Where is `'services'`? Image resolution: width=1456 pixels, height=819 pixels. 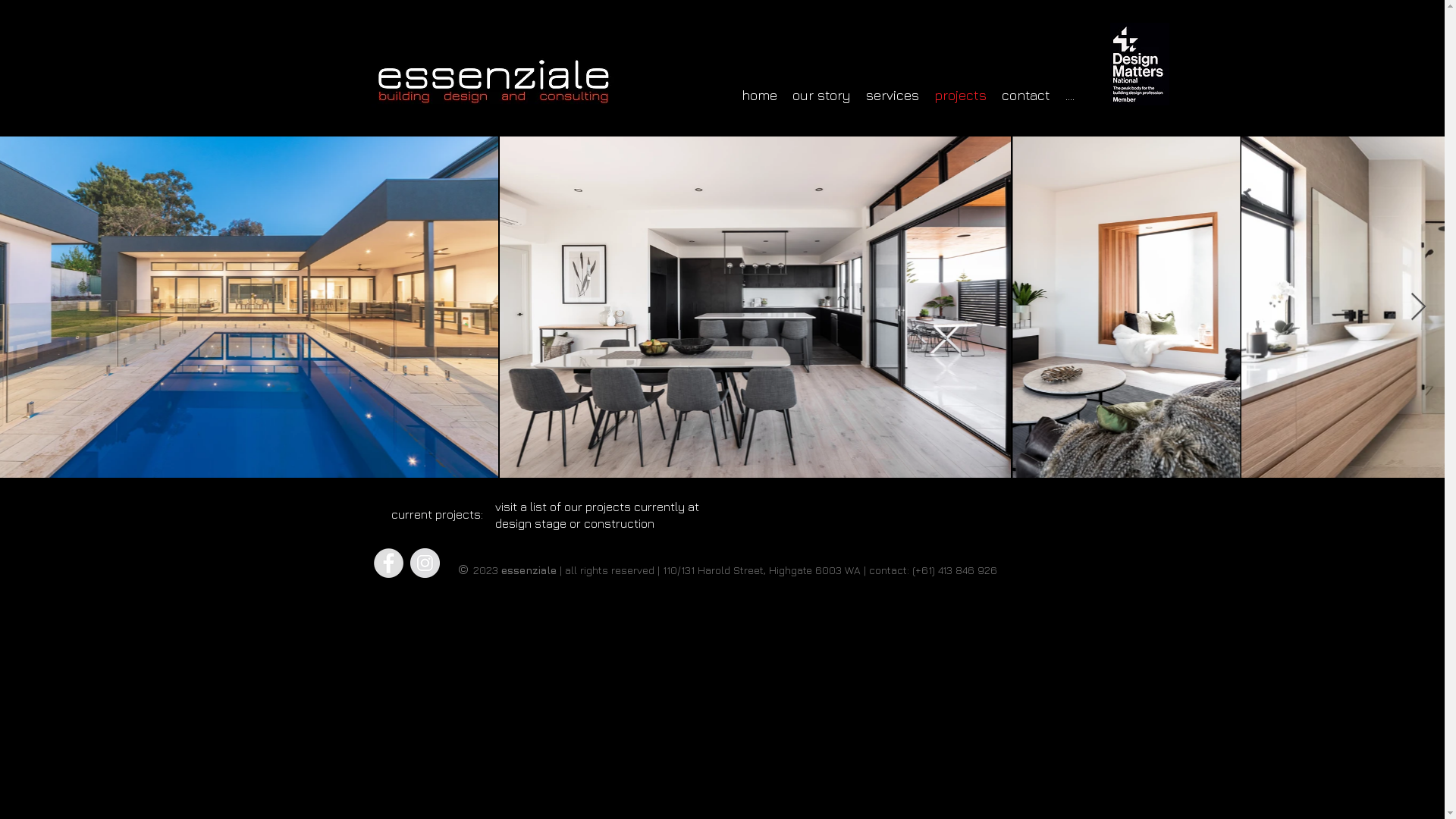 'services' is located at coordinates (892, 96).